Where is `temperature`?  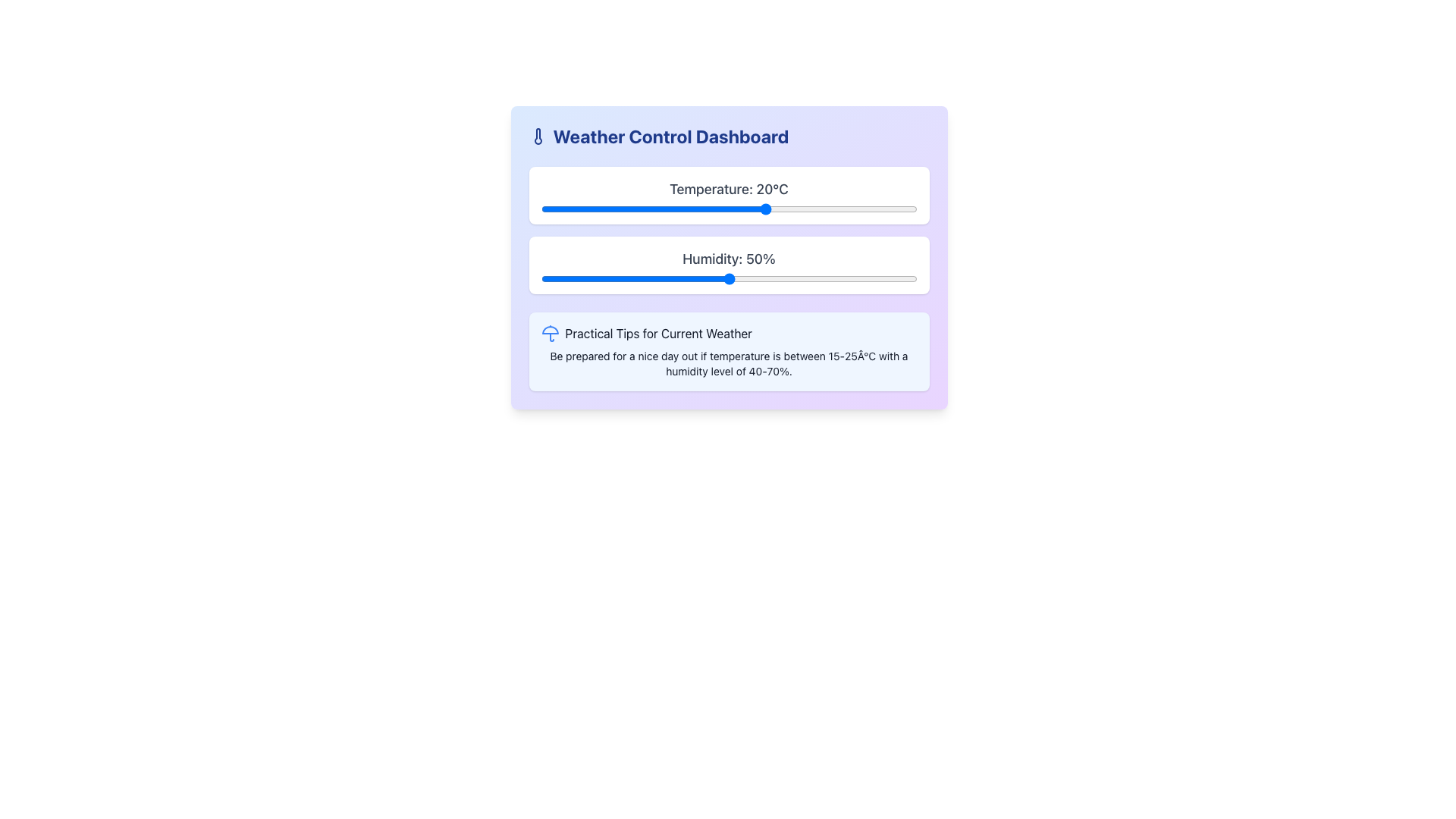
temperature is located at coordinates (902, 209).